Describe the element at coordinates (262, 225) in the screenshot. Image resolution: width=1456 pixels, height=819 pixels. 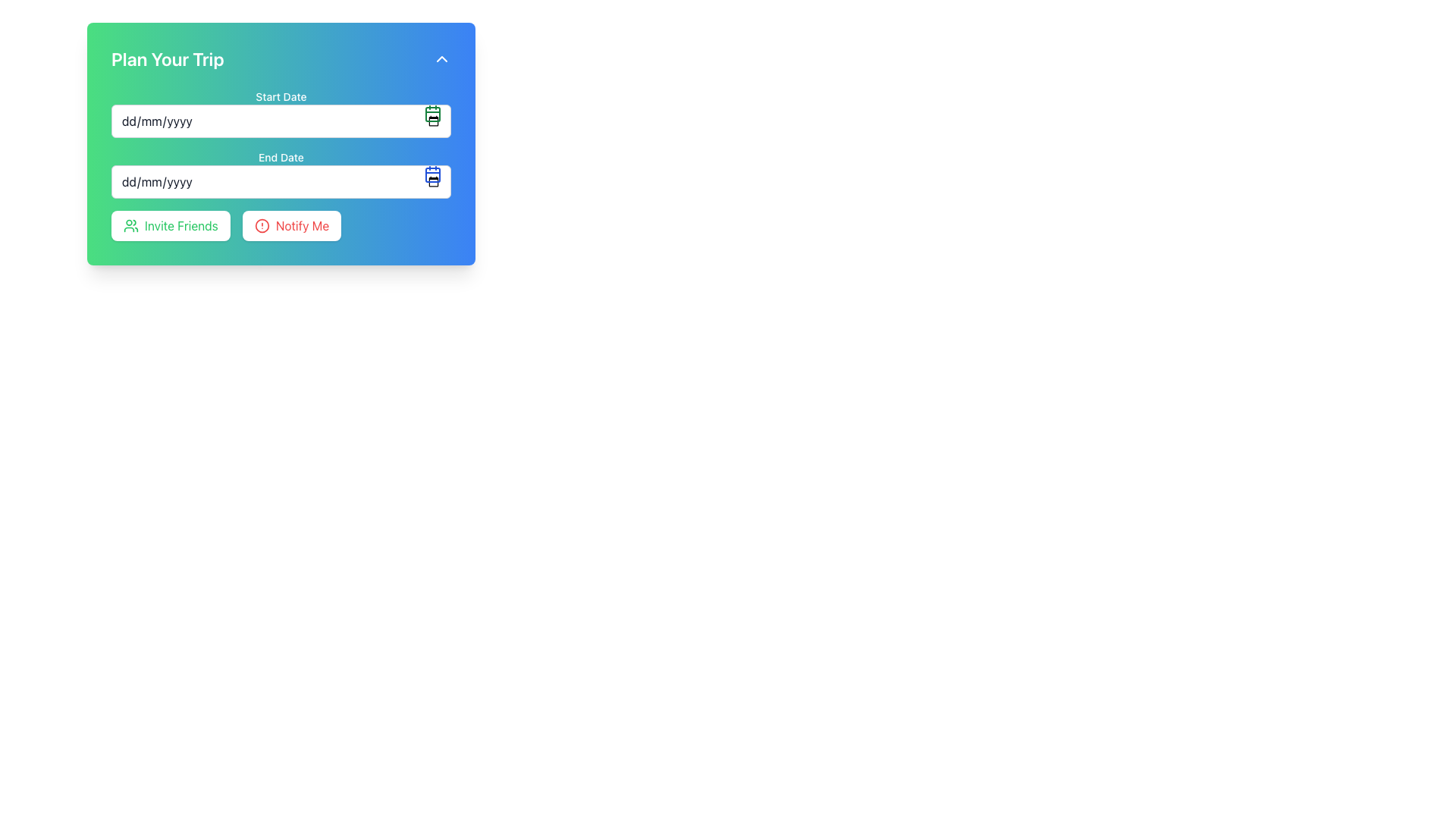
I see `the decorative circle that serves as the outer boundary of the alert icon, located to the left of the 'Notify Me' button` at that location.